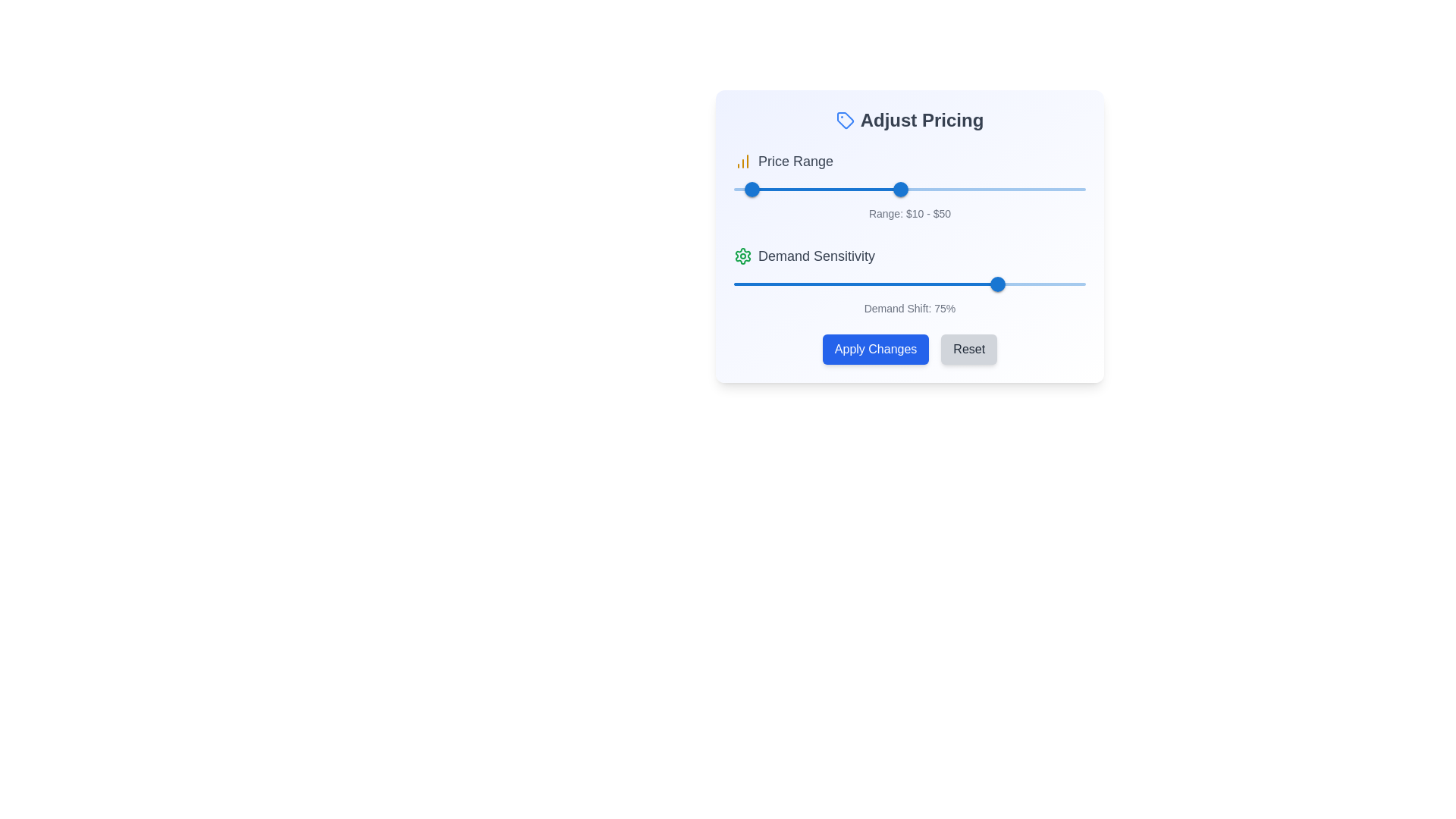 The width and height of the screenshot is (1456, 819). Describe the element at coordinates (964, 284) in the screenshot. I see `the Demand Sensitivity value` at that location.